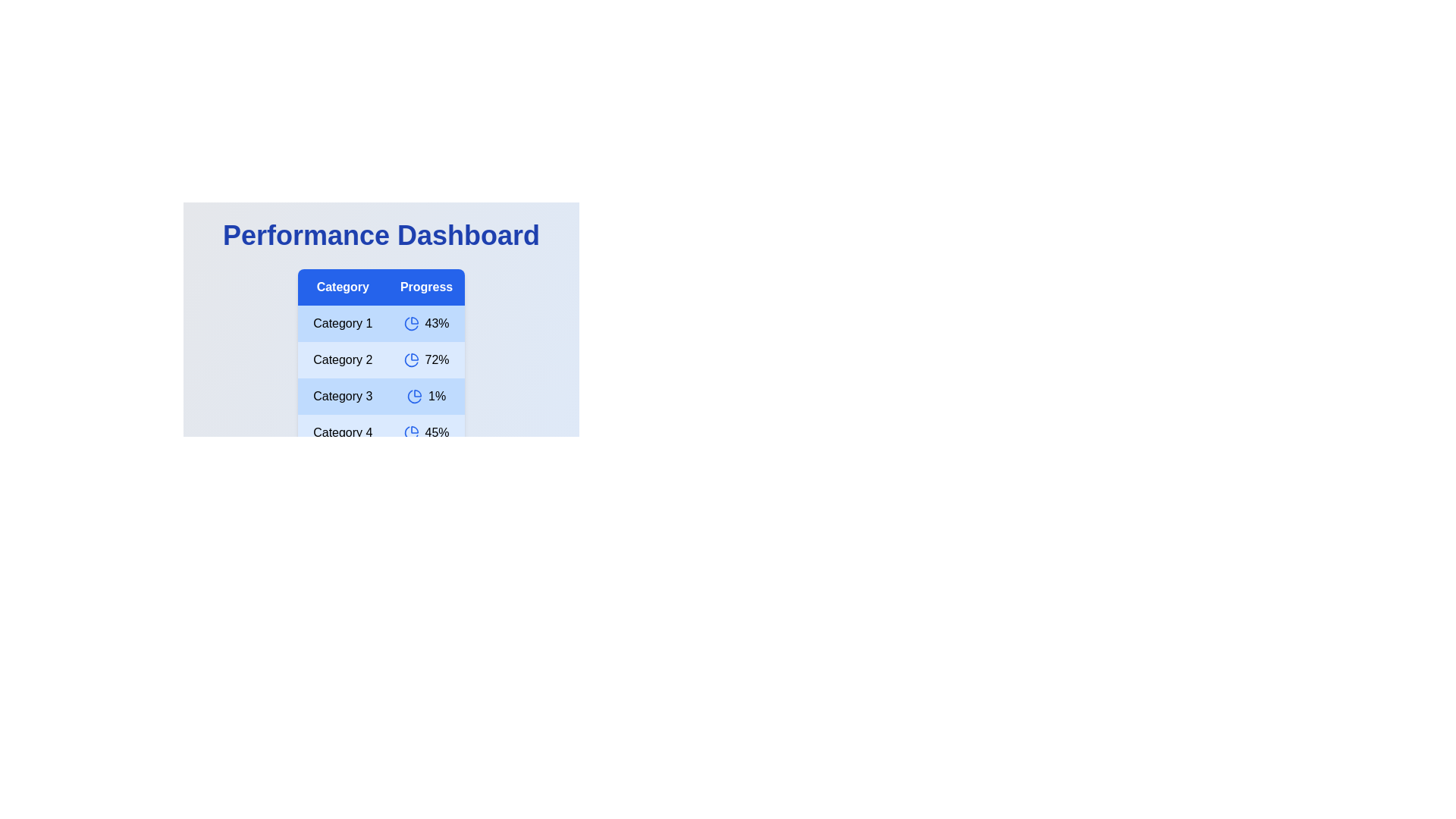 This screenshot has width=1456, height=819. I want to click on the pie chart icons for Category 3 category, so click(415, 396).